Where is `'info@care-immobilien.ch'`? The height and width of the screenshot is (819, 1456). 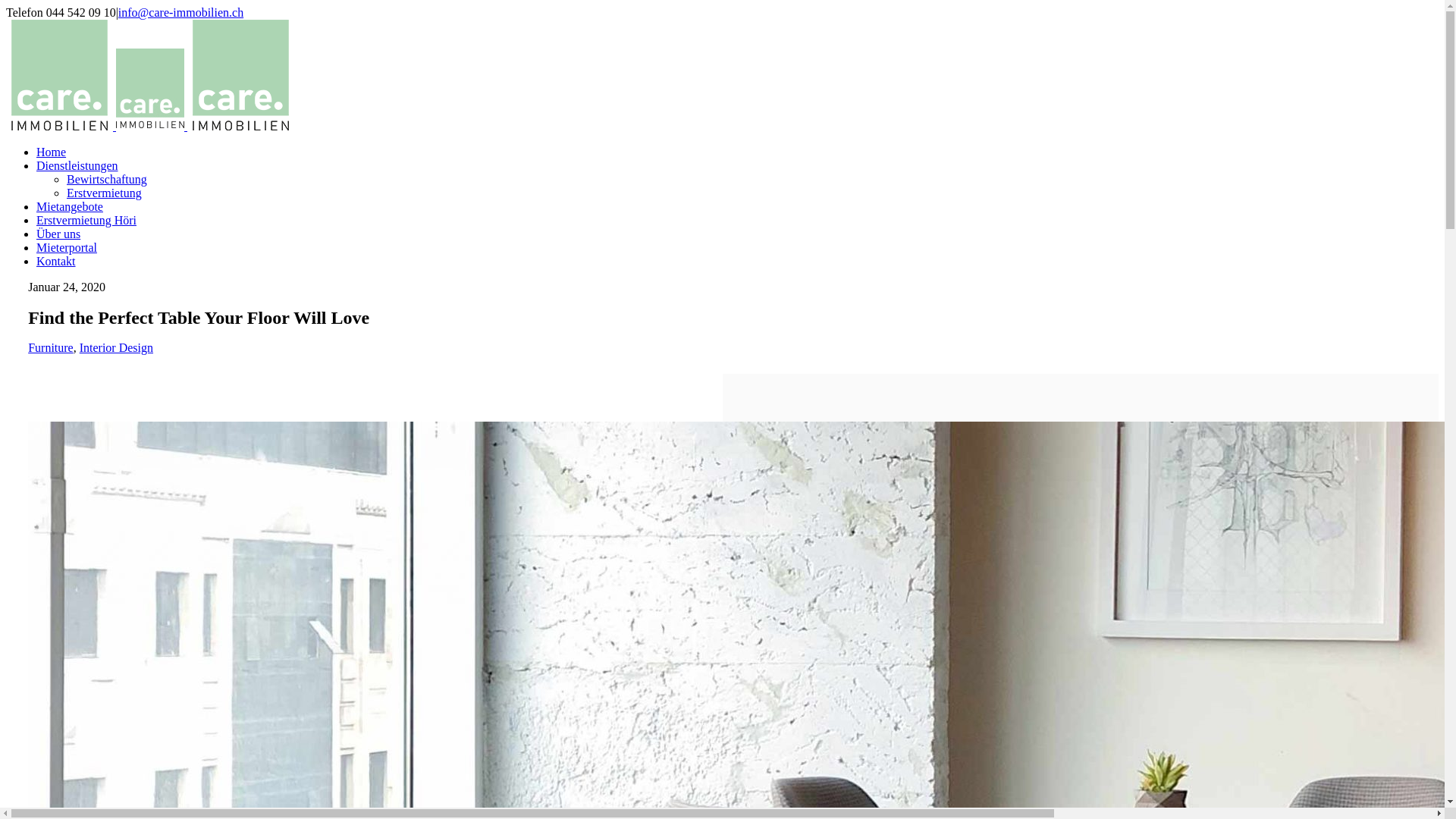 'info@care-immobilien.ch' is located at coordinates (180, 12).